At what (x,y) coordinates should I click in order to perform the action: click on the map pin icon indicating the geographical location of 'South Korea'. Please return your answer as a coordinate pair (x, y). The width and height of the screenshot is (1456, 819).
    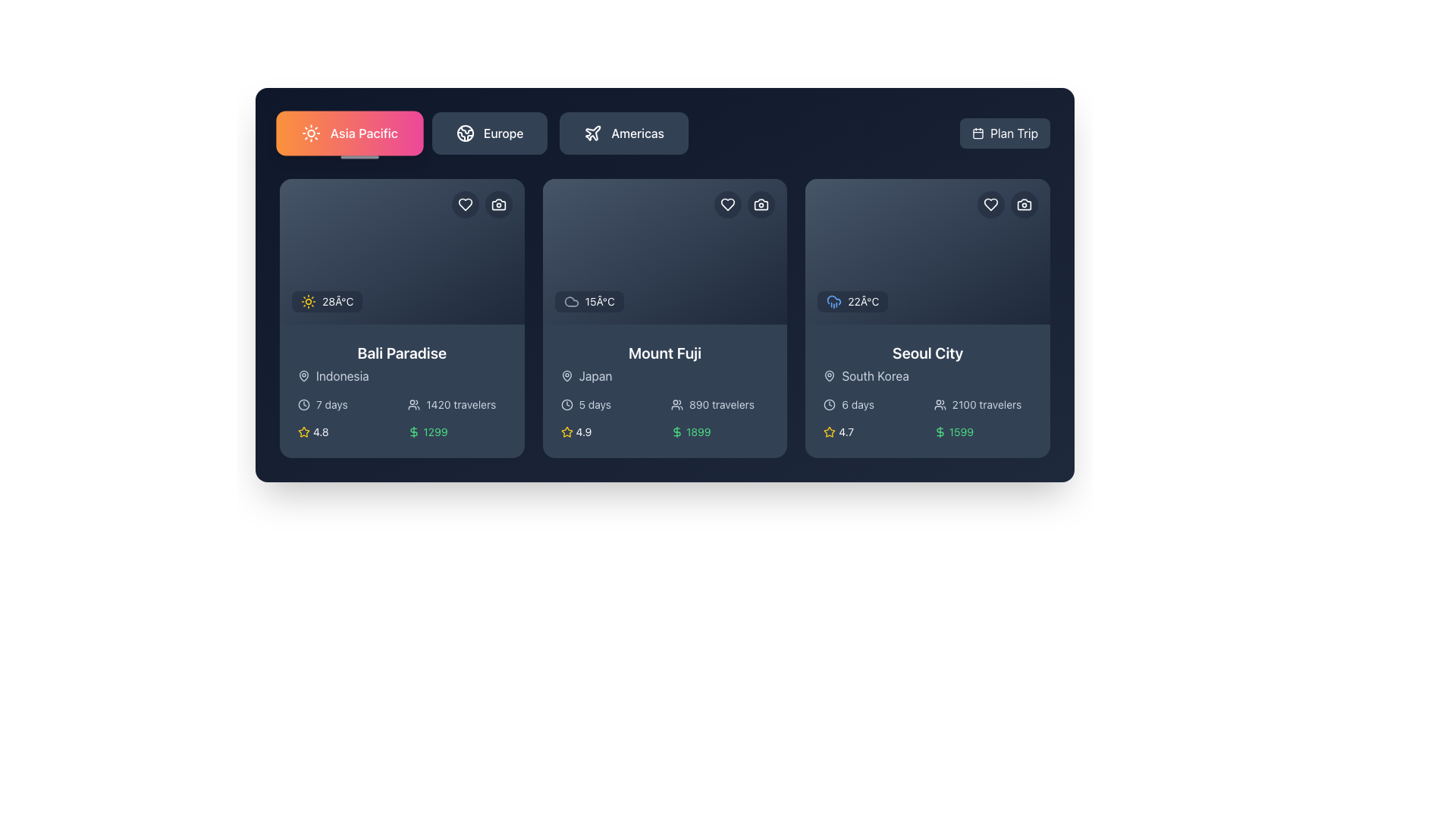
    Looking at the image, I should click on (829, 375).